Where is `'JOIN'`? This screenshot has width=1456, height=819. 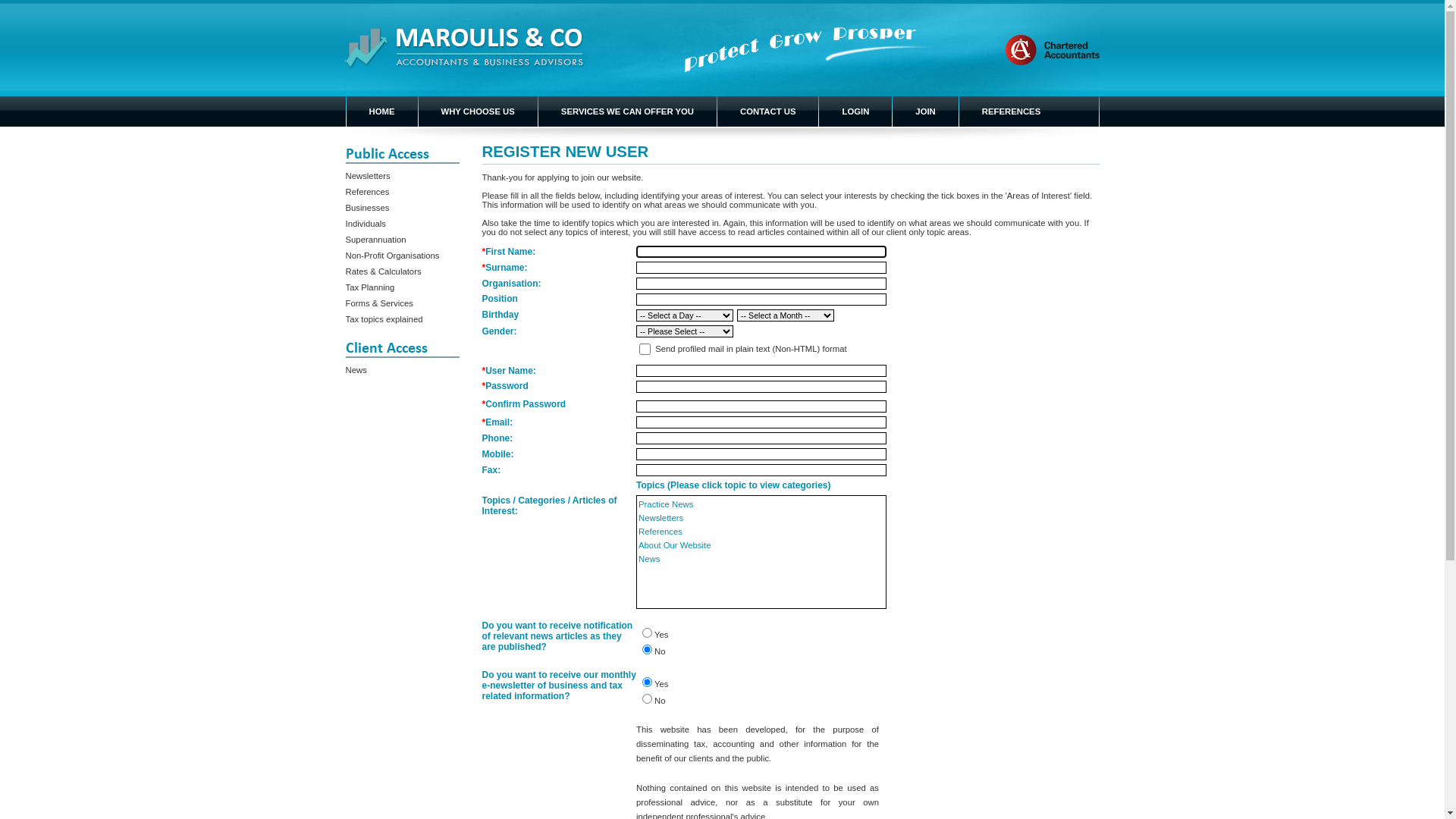
'JOIN' is located at coordinates (924, 110).